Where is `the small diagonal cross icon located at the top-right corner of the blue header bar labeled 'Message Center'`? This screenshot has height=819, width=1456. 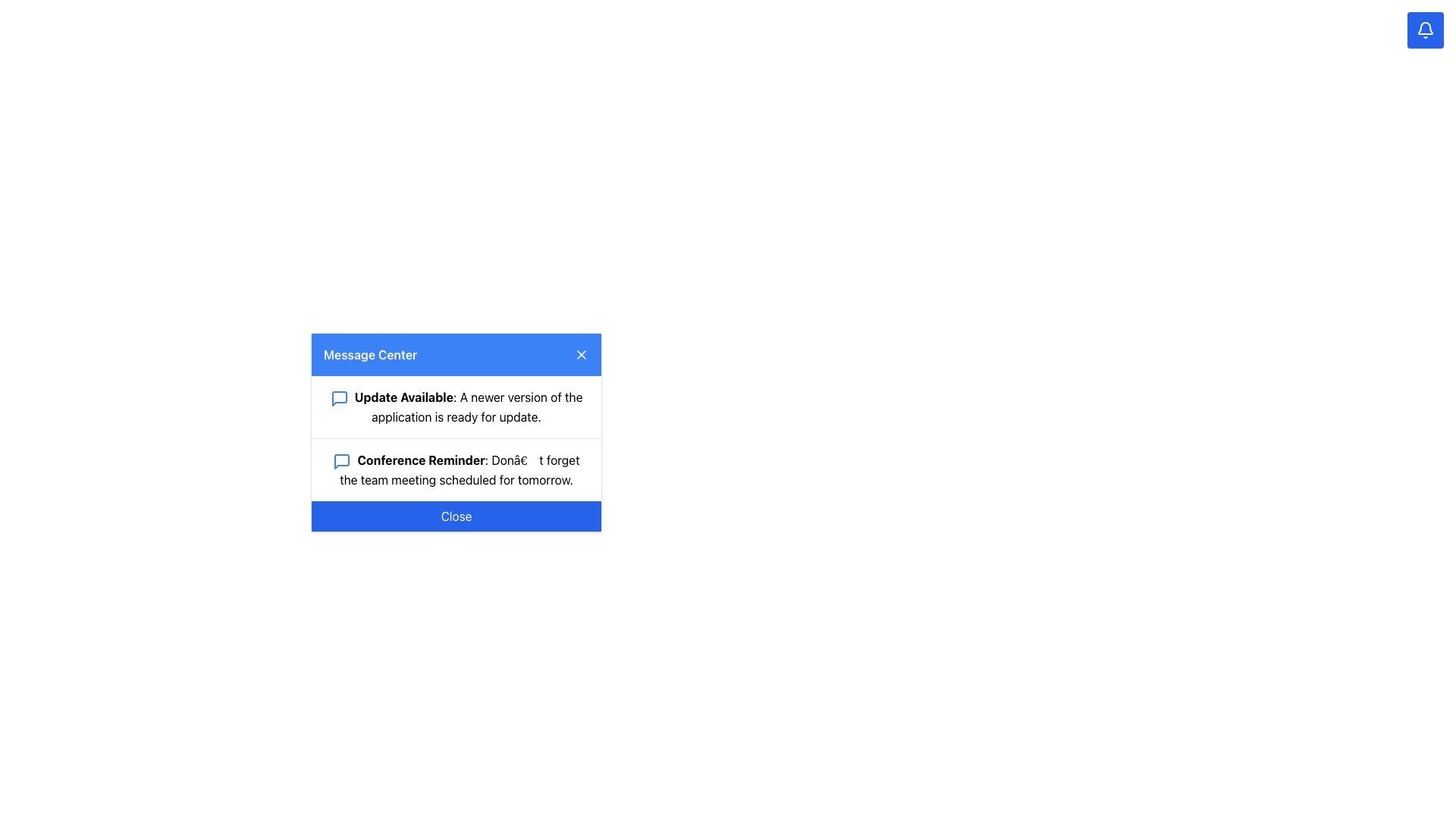 the small diagonal cross icon located at the top-right corner of the blue header bar labeled 'Message Center' is located at coordinates (581, 354).